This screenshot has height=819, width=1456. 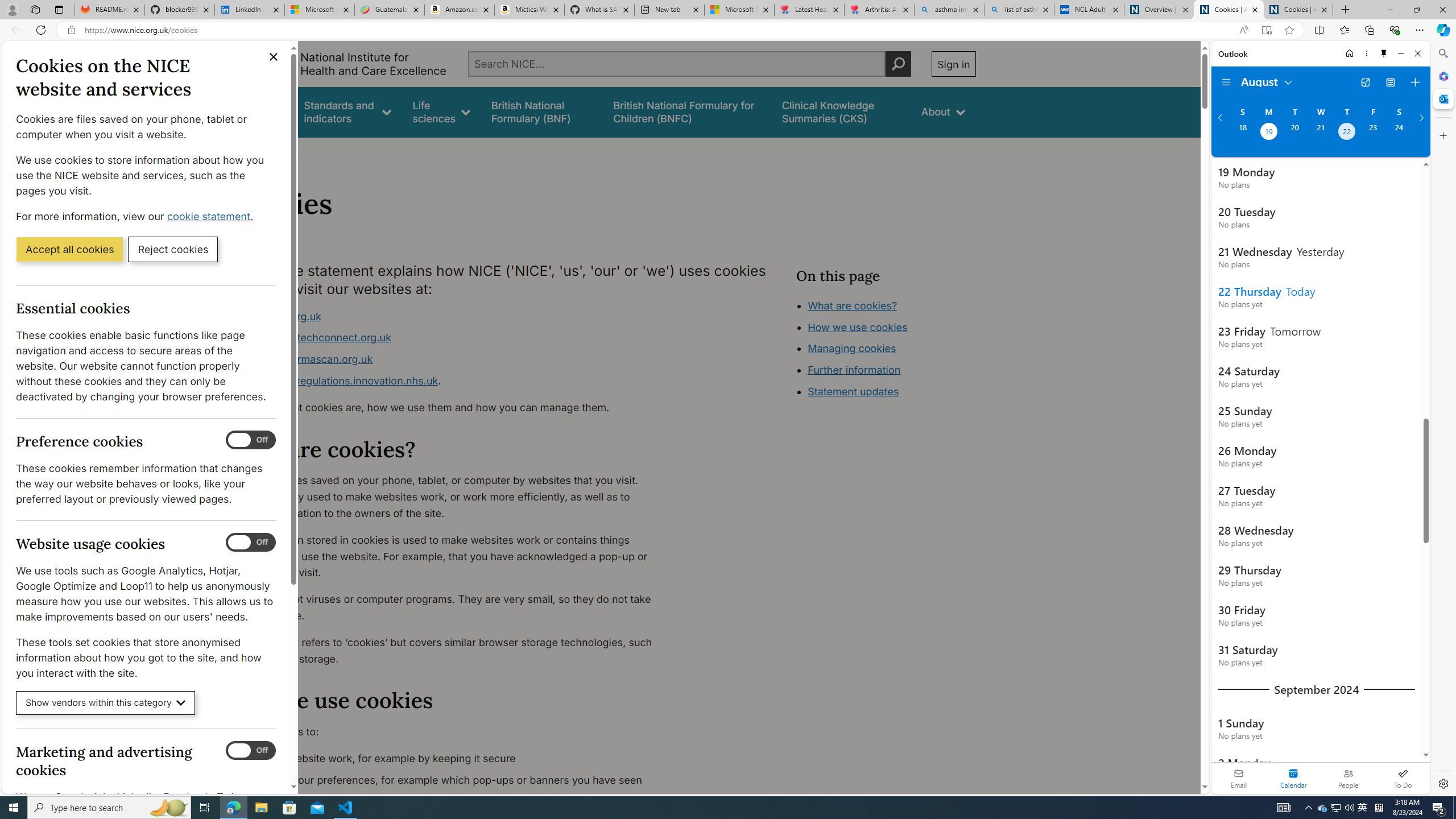 I want to click on 'cookie statement. (Opens in a new window)', so click(x=211, y=216).